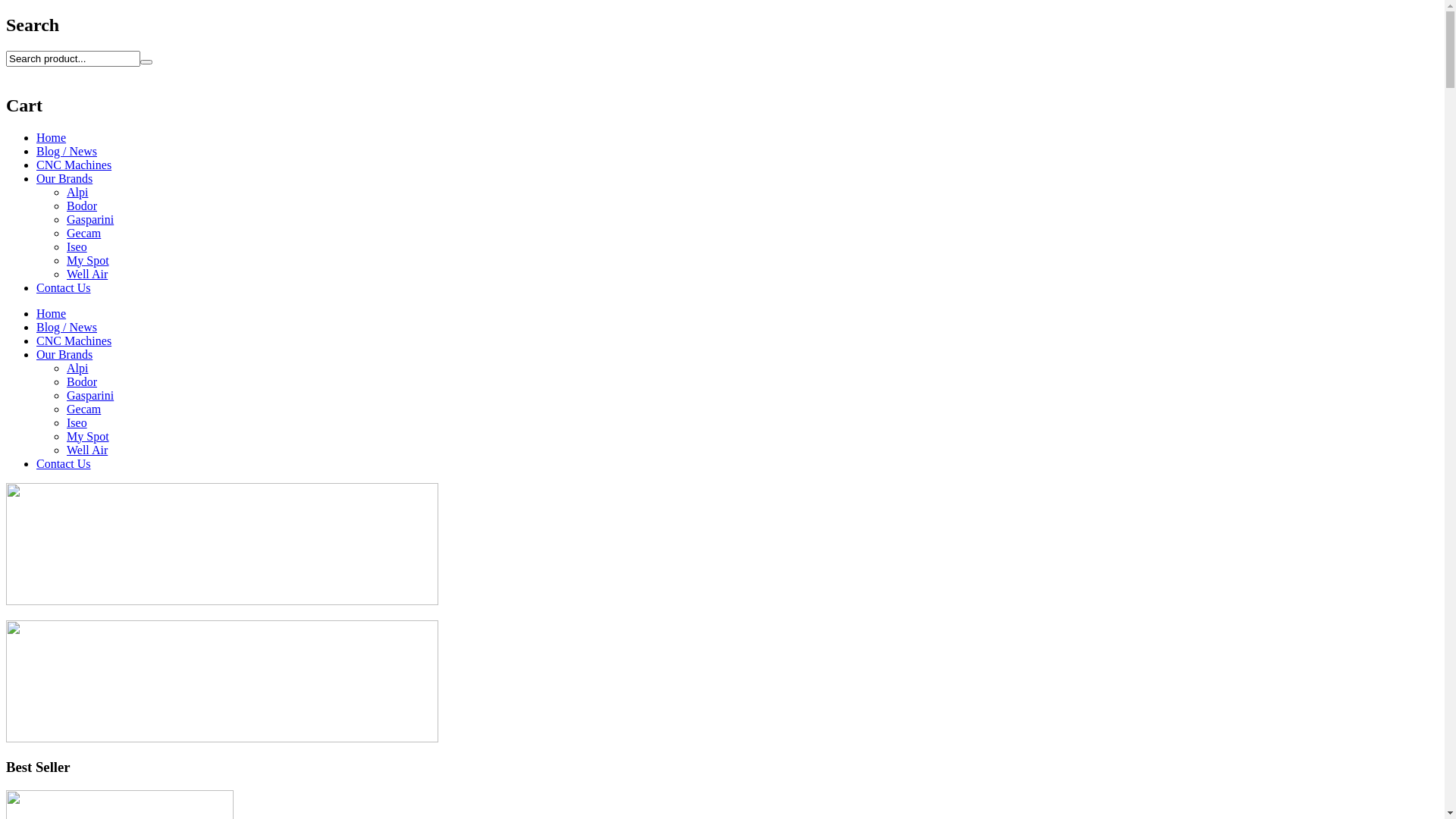 The height and width of the screenshot is (819, 1456). I want to click on 'Well Air', so click(65, 449).